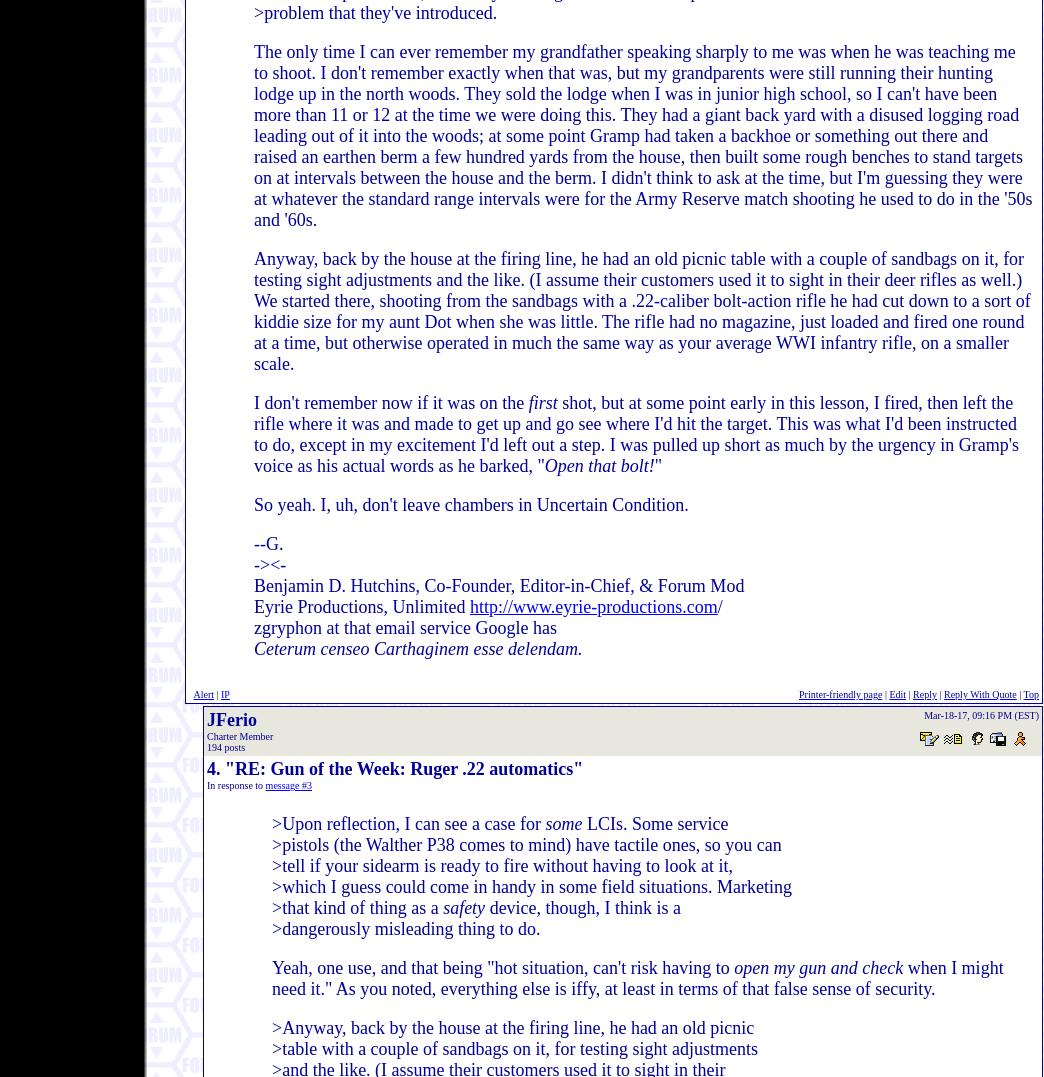 This screenshot has width=1044, height=1077. I want to click on 'Anyway, back by the house at the firing line, he had an old picnic table with a couple of sandbags on it, for testing sight adjustments and the like.  (I assume their customers used it to sight in their deer rifles as well.)  We started there, shooting from the sandbags with a .22-caliber bolt-action rifle he had cut down to a sort of kiddie size for my aunt Dot when she was little.  The rifle had no magazine, just loaded and fired one round at a time, but otherwise operated in much the same way as your average WWI infantry rifle, on a smaller scale.', so click(641, 311).